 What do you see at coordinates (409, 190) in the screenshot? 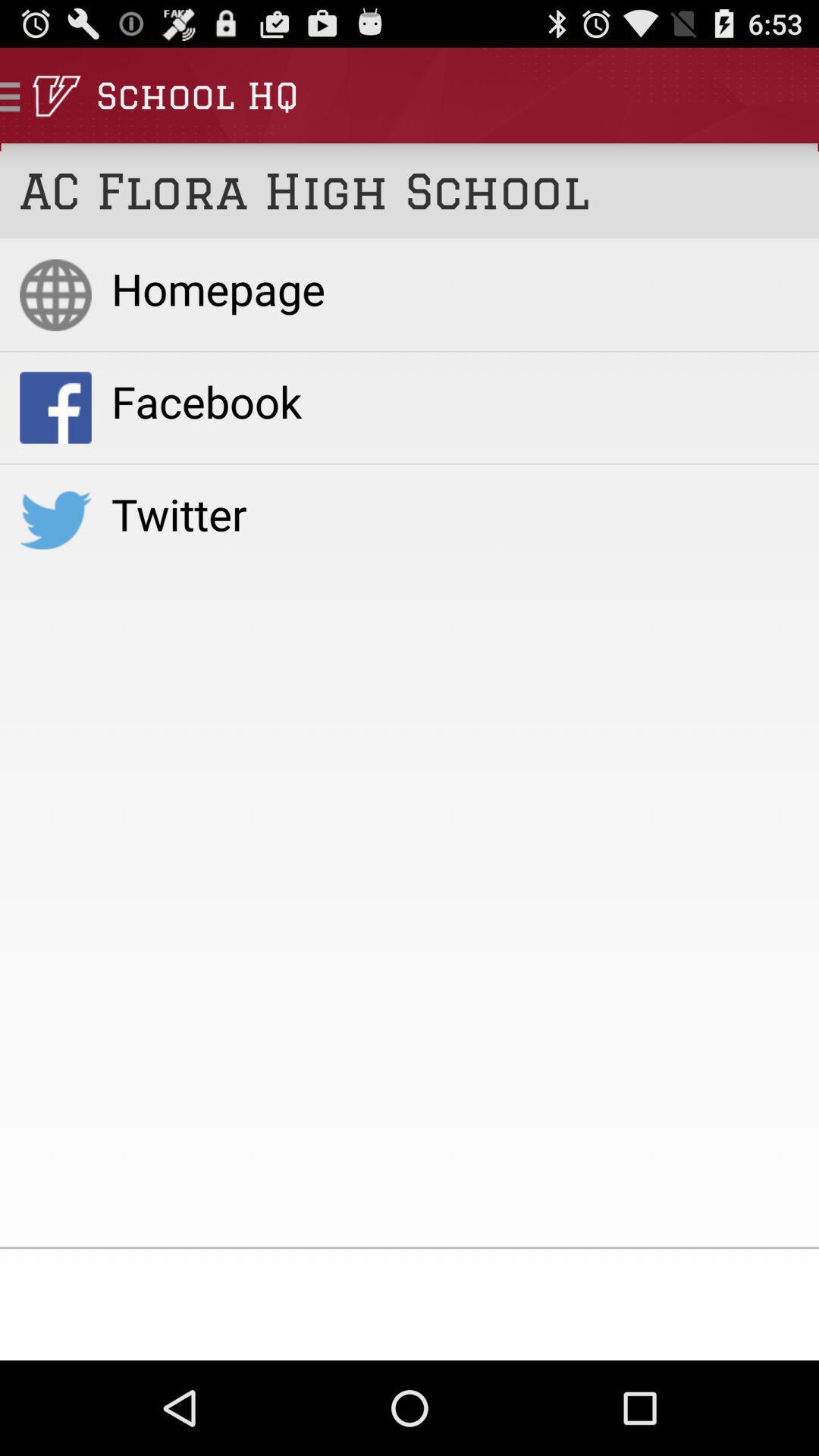
I see `the ac flora high icon` at bounding box center [409, 190].